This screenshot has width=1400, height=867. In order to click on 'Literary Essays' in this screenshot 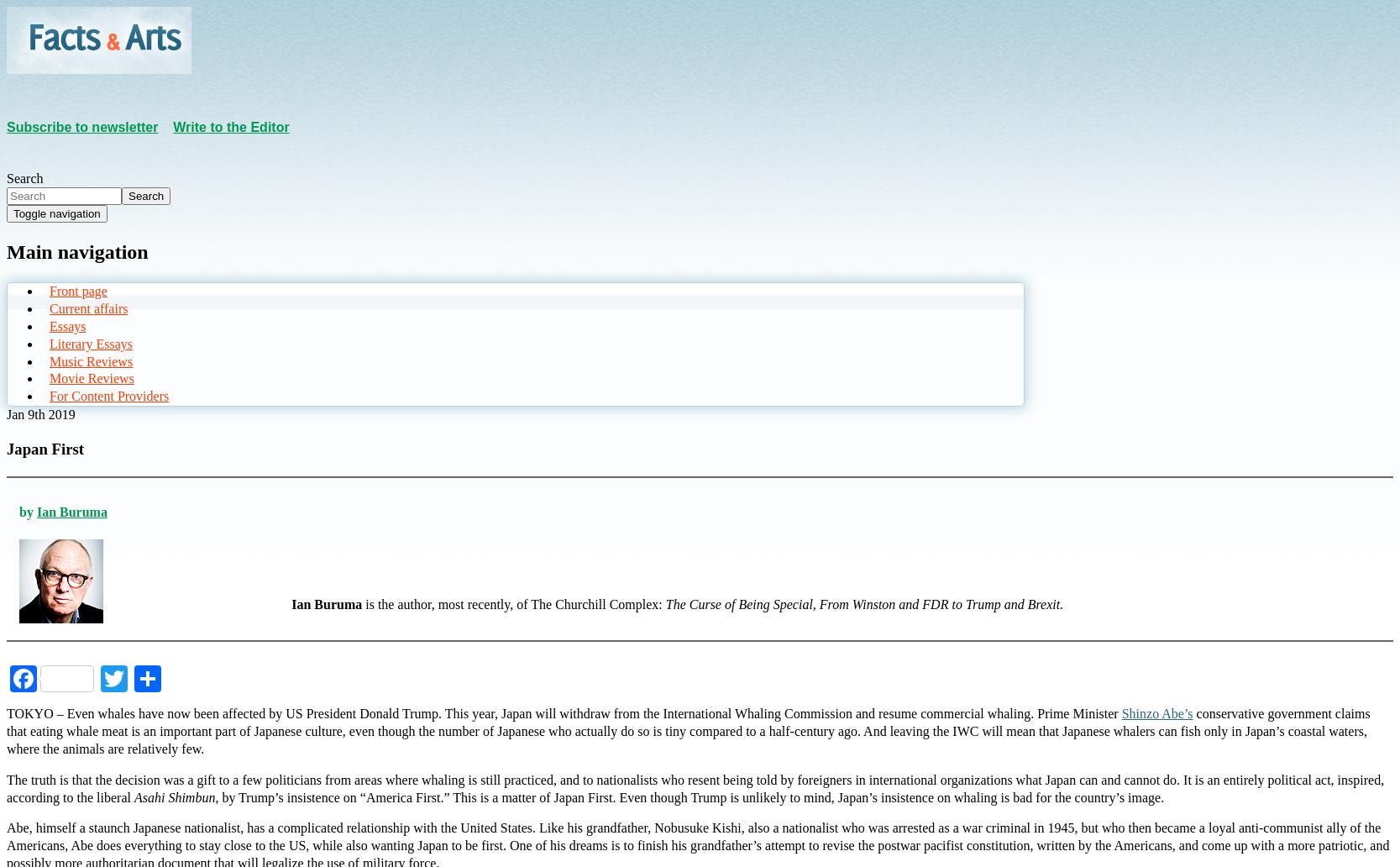, I will do `click(90, 342)`.